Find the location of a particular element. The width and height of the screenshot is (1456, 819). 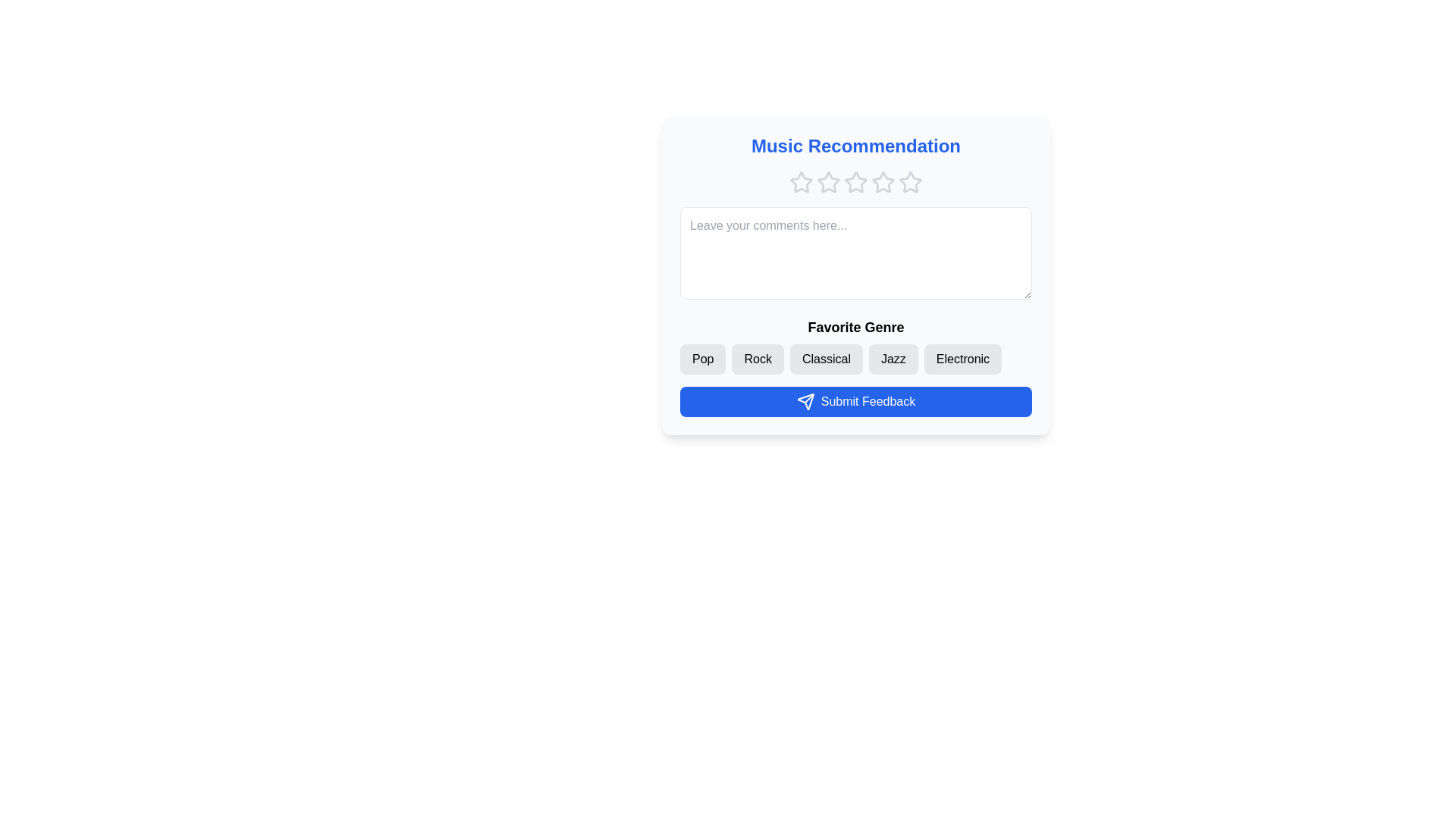

the fifth star-shaped Rating Star Button in the Music Recommendation card is located at coordinates (910, 180).